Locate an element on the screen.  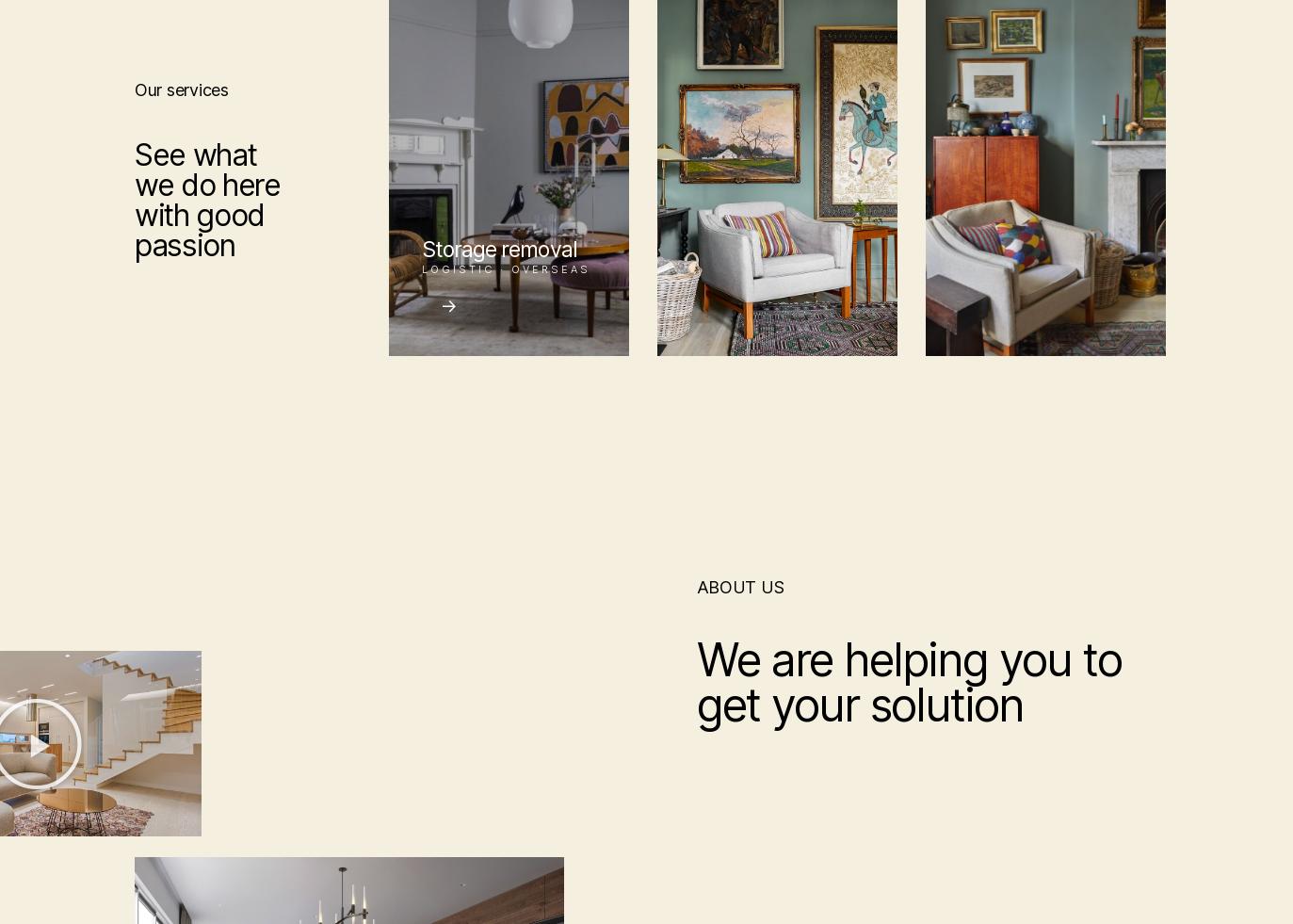
'Advertise Here' is located at coordinates (710, 392).